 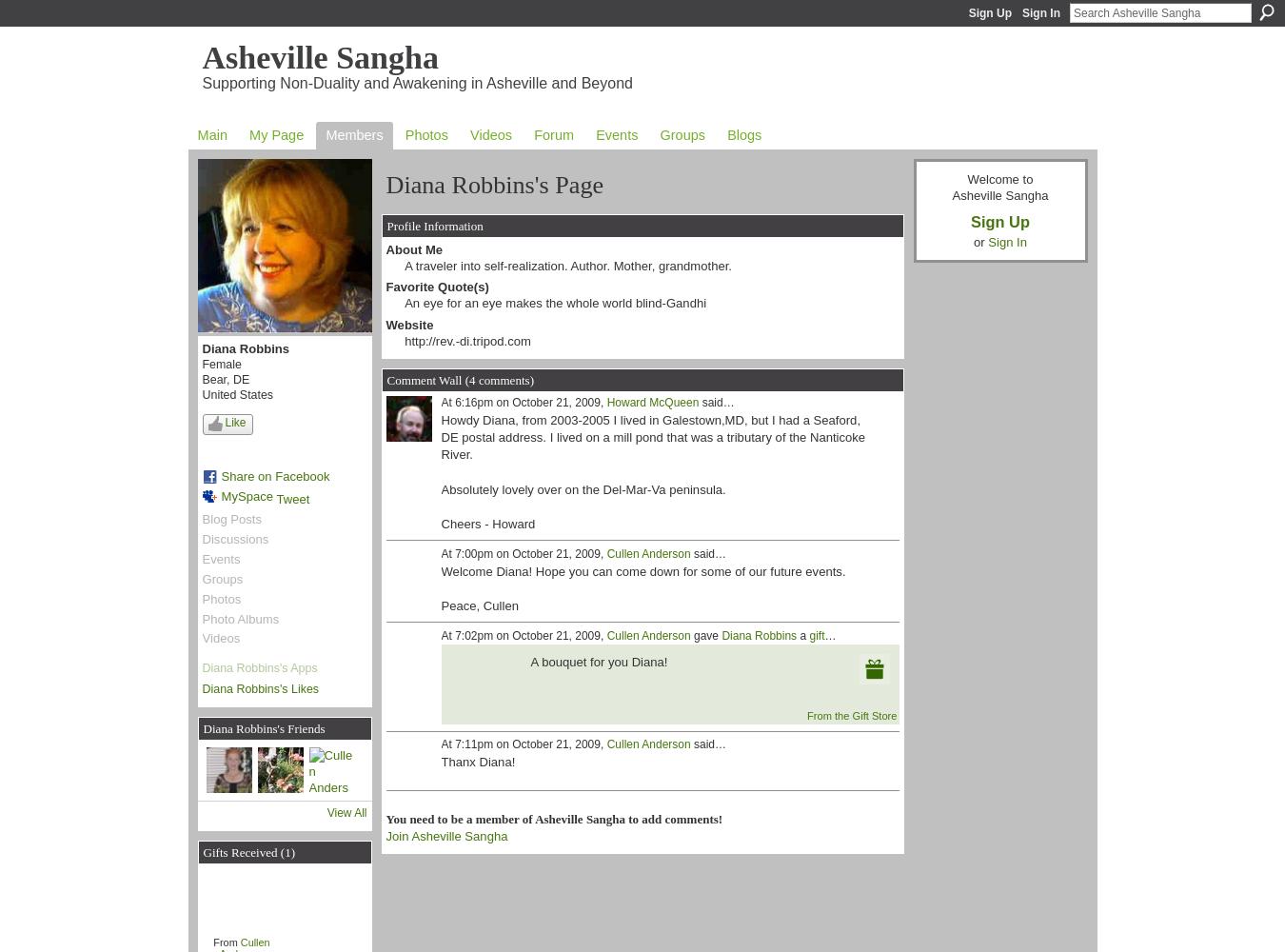 What do you see at coordinates (440, 744) in the screenshot?
I see `'At 7:11pm on October 21, 2009,'` at bounding box center [440, 744].